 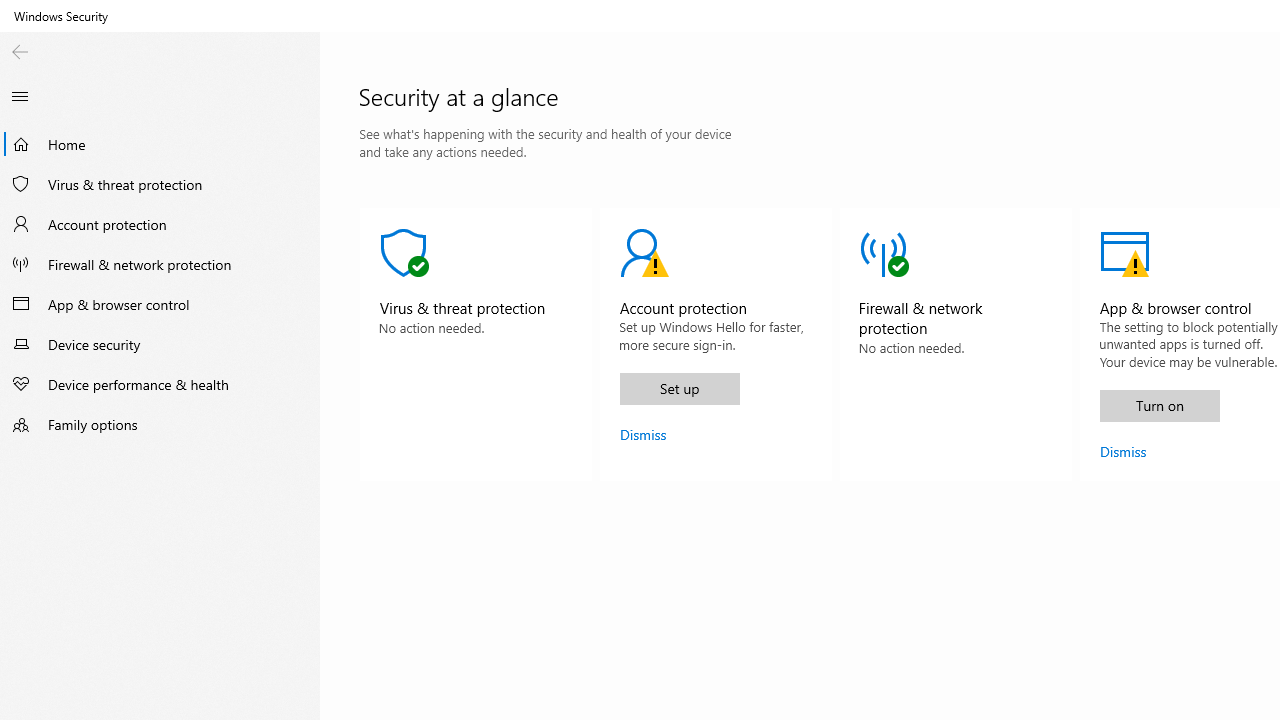 I want to click on 'Family options', so click(x=160, y=423).